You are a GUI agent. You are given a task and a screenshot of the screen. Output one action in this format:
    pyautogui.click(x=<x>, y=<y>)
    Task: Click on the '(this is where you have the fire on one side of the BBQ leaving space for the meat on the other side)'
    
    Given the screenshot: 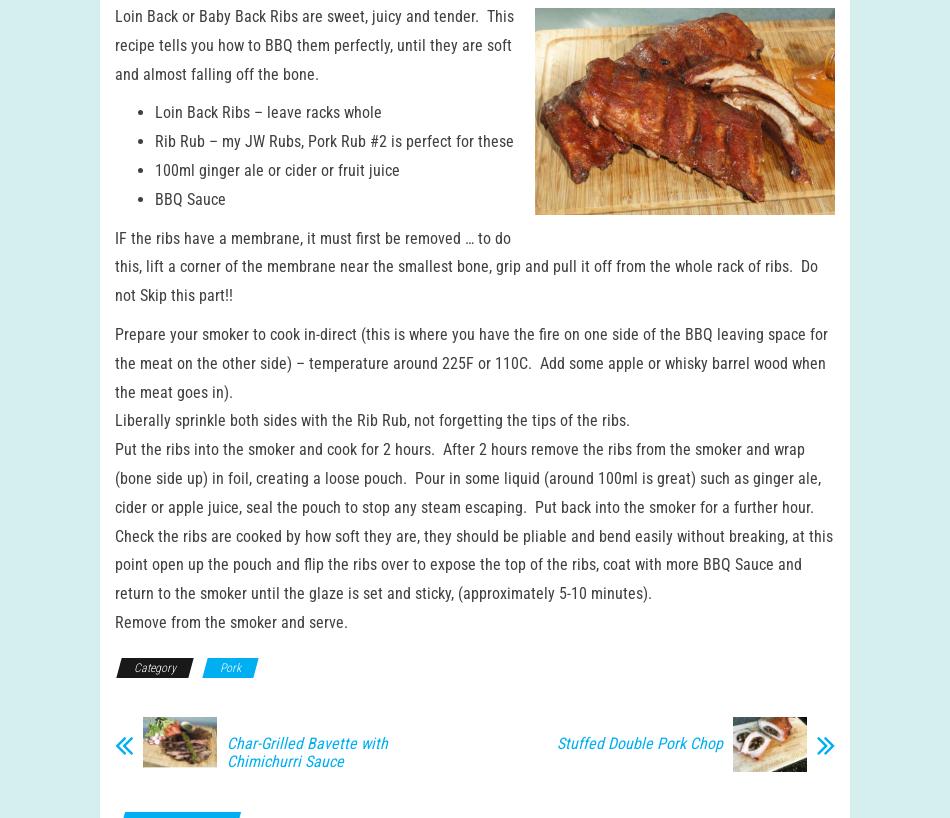 What is the action you would take?
    pyautogui.click(x=470, y=368)
    